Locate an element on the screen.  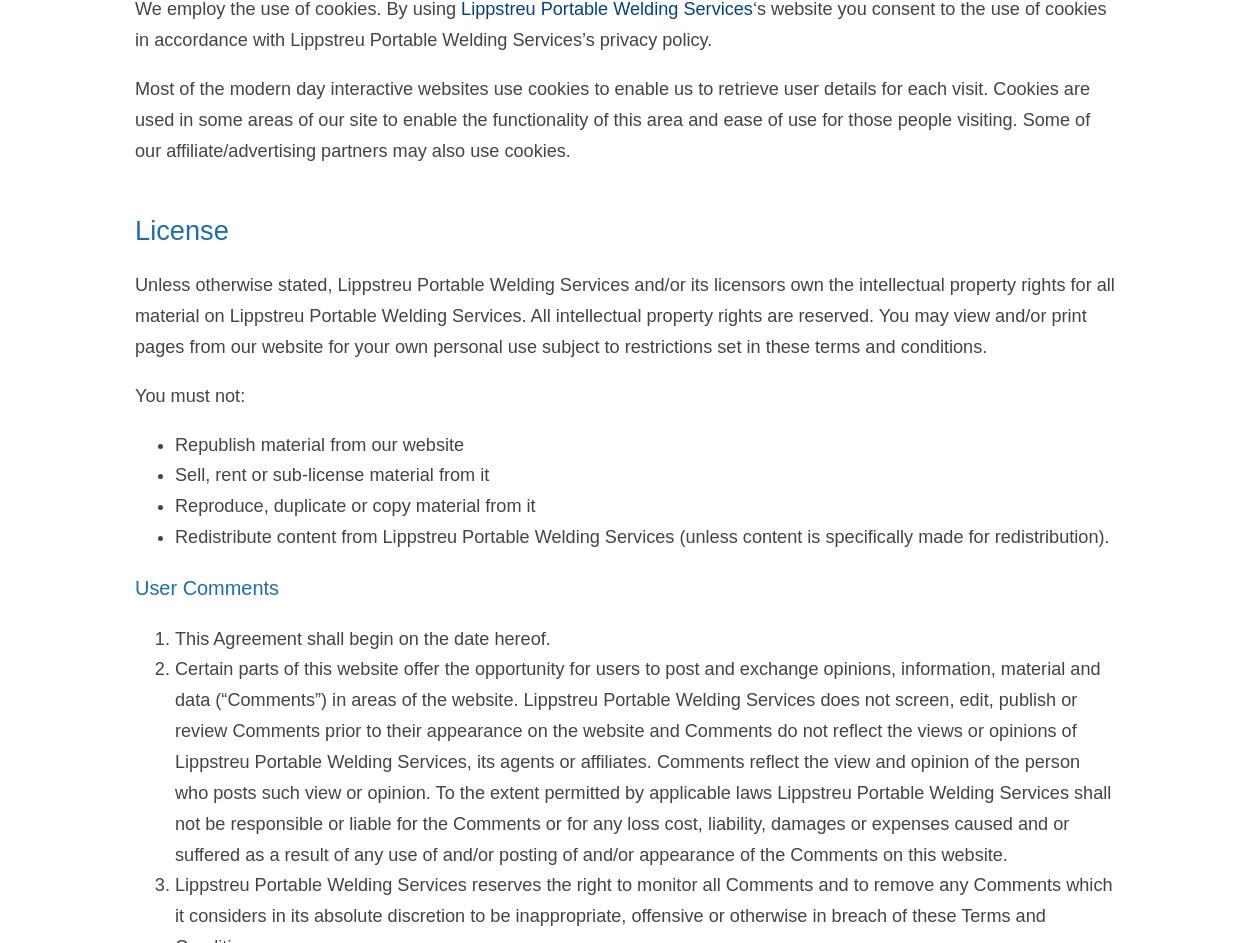
'This Agreement shall begin on the date hereof.' is located at coordinates (361, 638).